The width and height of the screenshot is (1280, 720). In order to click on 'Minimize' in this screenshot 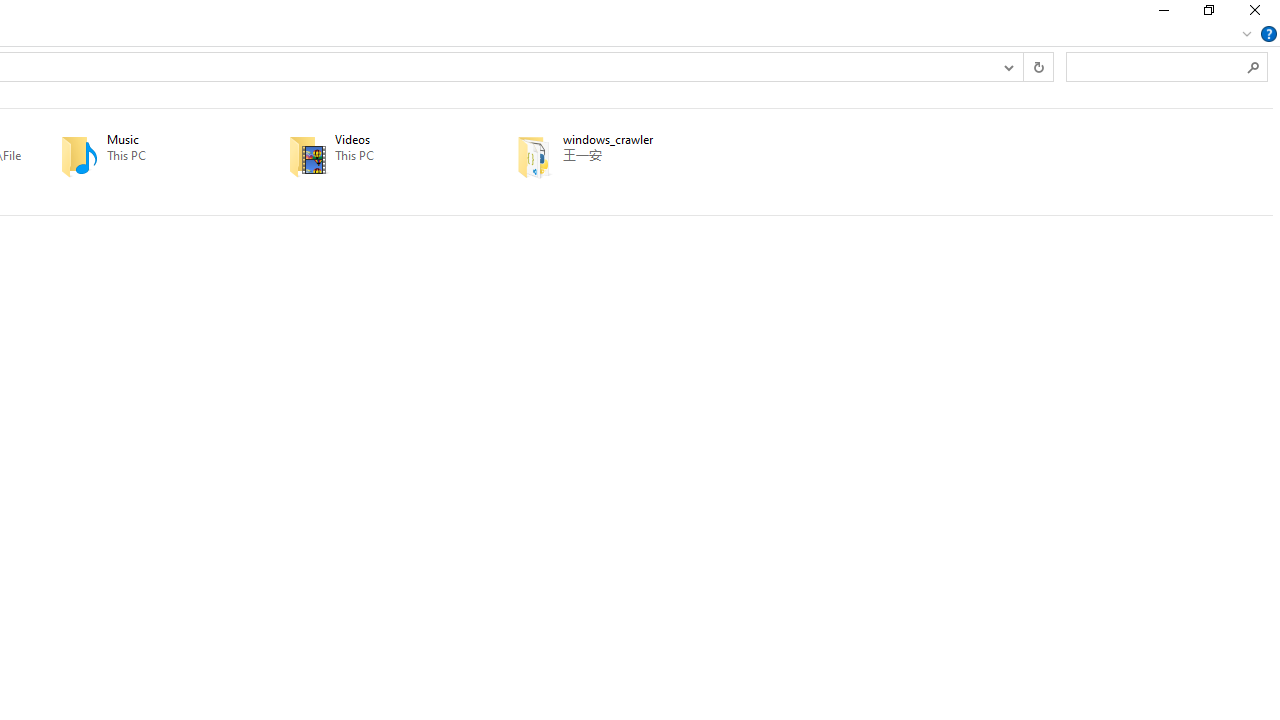, I will do `click(1162, 15)`.